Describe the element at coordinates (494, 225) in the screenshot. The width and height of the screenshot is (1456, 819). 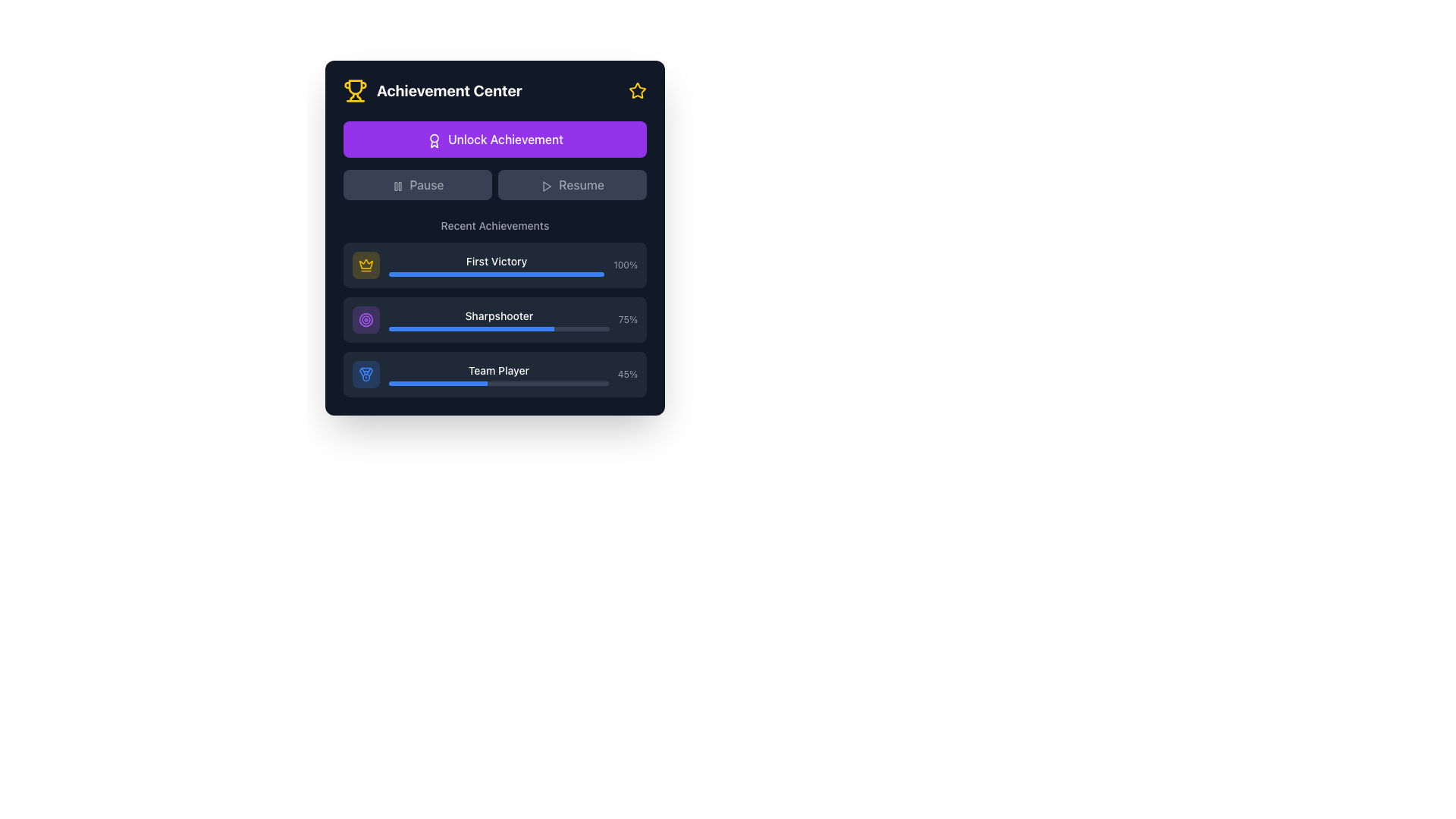
I see `the textual label that reads 'Recent Achievements', styled with a gray-colored font, located below the 'Unlock Achievement' button and above achievement progress bars` at that location.